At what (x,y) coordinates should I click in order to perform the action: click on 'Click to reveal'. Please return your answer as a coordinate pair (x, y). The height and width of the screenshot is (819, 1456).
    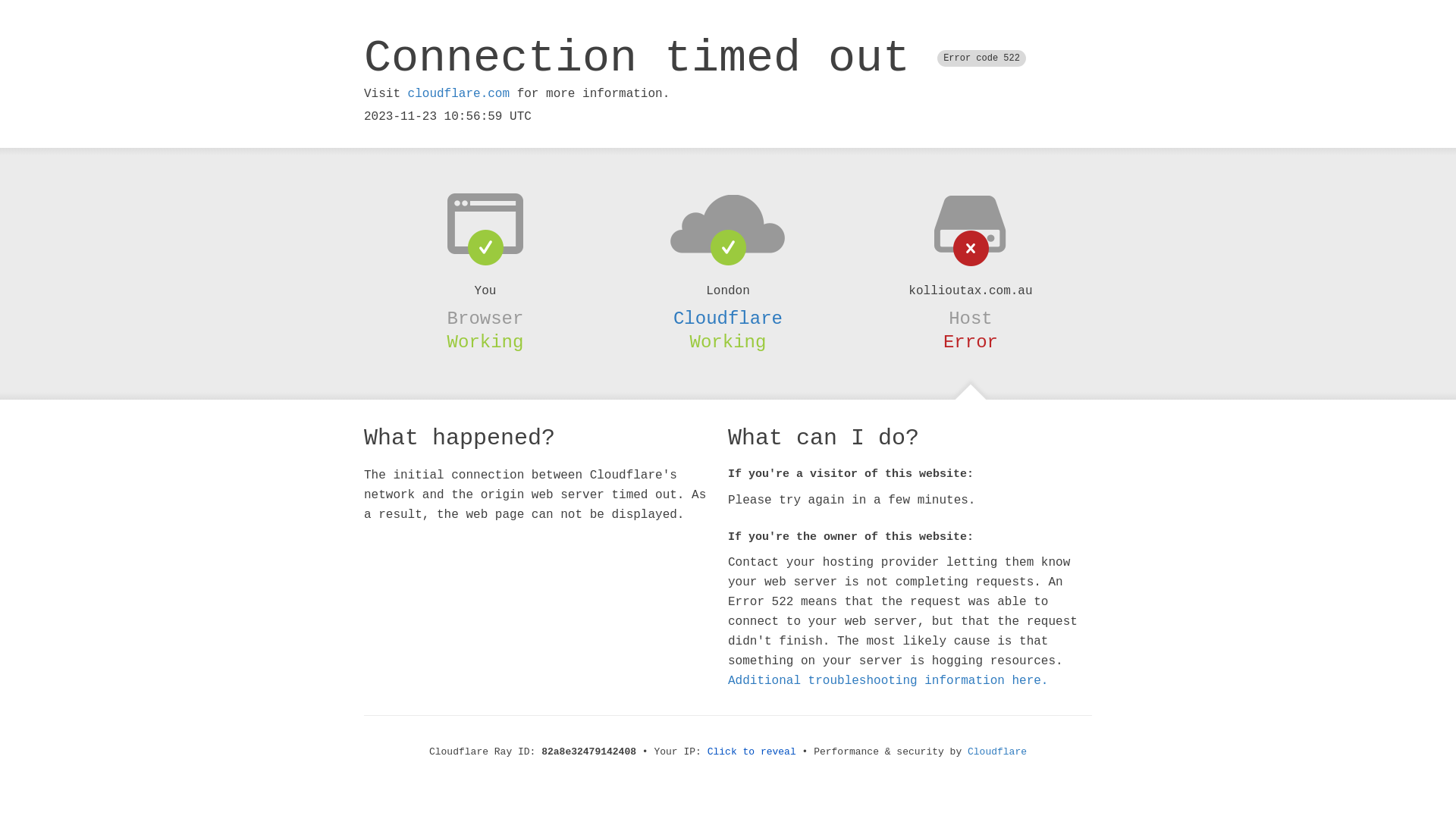
    Looking at the image, I should click on (752, 752).